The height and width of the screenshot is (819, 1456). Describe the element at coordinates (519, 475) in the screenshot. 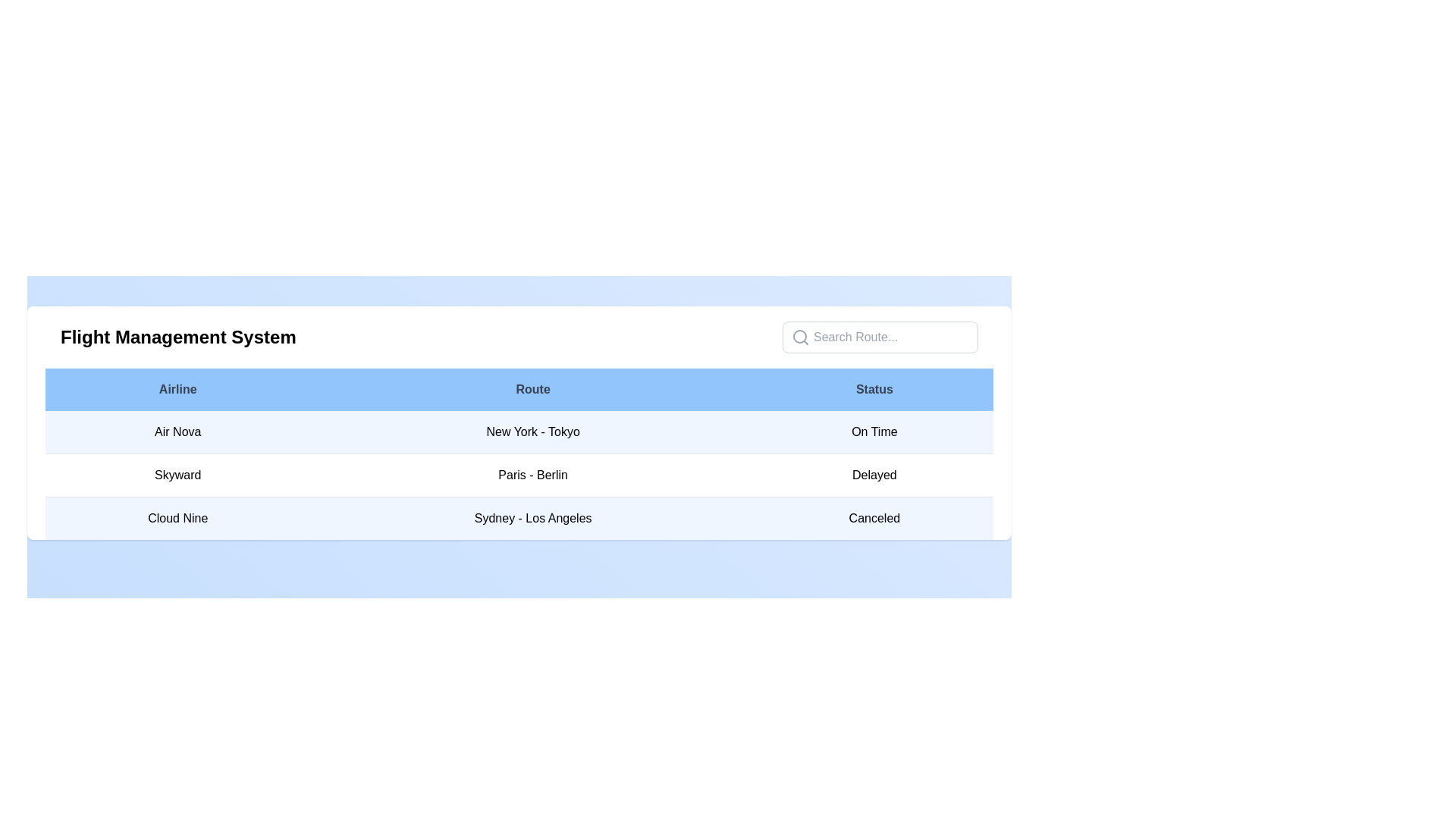

I see `text content of the middle row in the flight information table, which includes 'Skyward', 'Paris - Berlin', and 'Delayed'` at that location.